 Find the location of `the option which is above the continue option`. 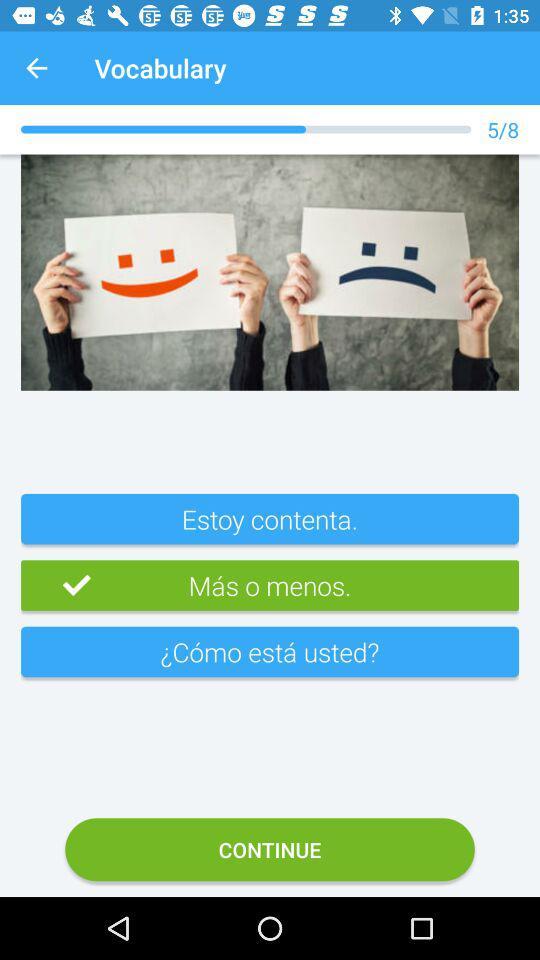

the option which is above the continue option is located at coordinates (270, 659).